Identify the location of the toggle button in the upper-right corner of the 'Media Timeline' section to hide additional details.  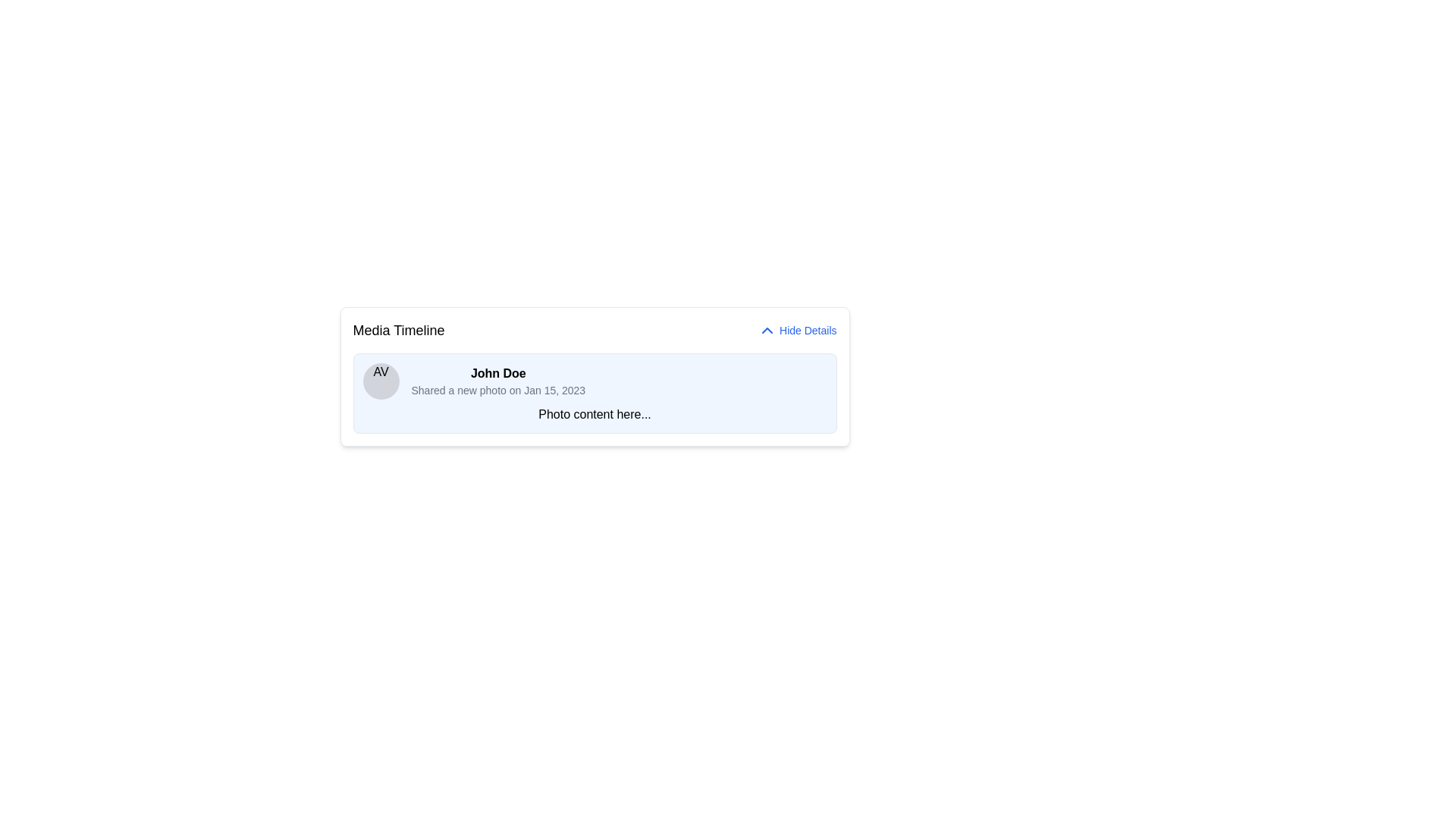
(796, 329).